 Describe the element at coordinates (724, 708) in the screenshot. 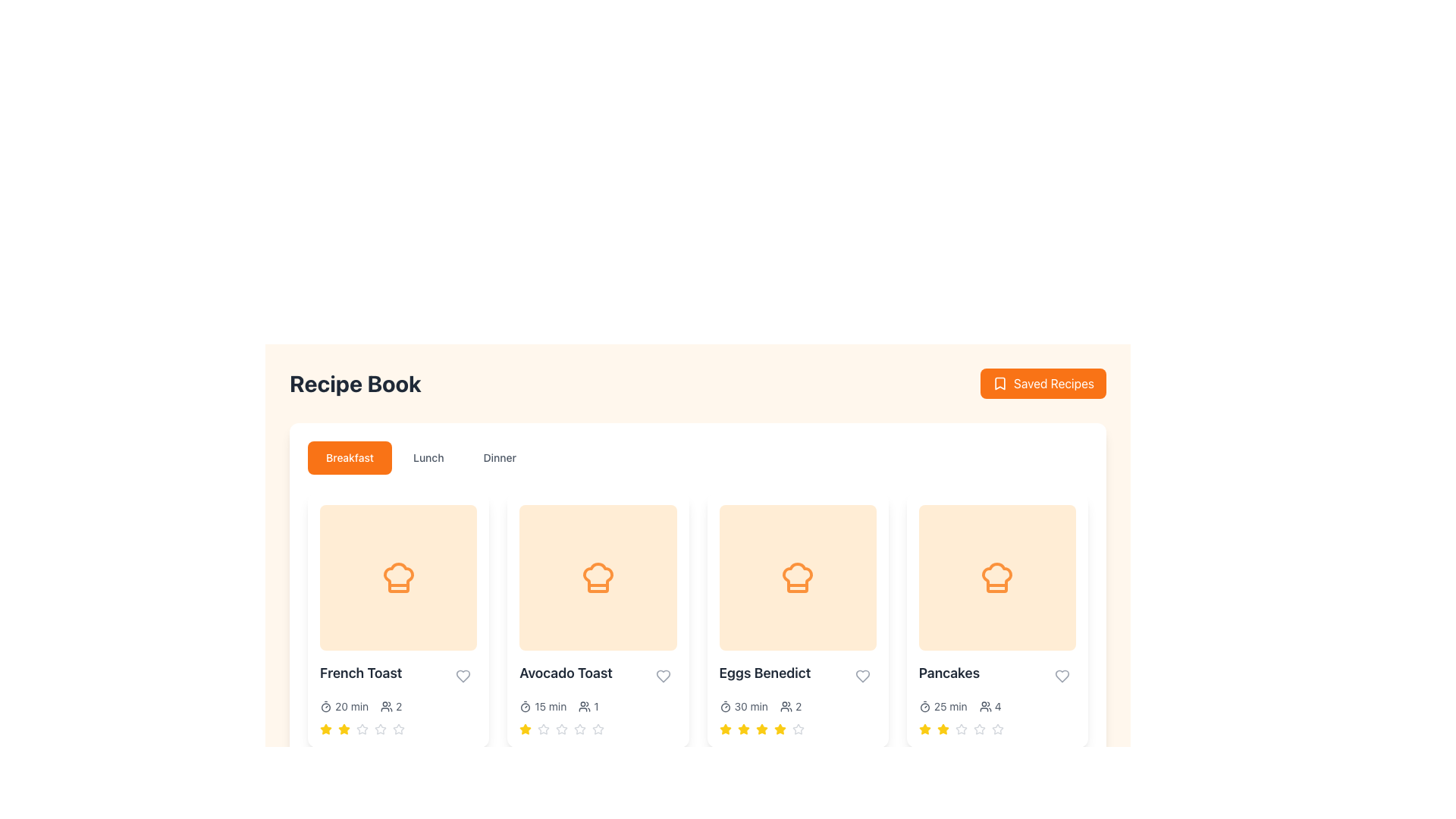

I see `the small circular graphic resembling a clock or timer located within the 'Eggs Benedict' card, next to the serving size and rating information` at that location.